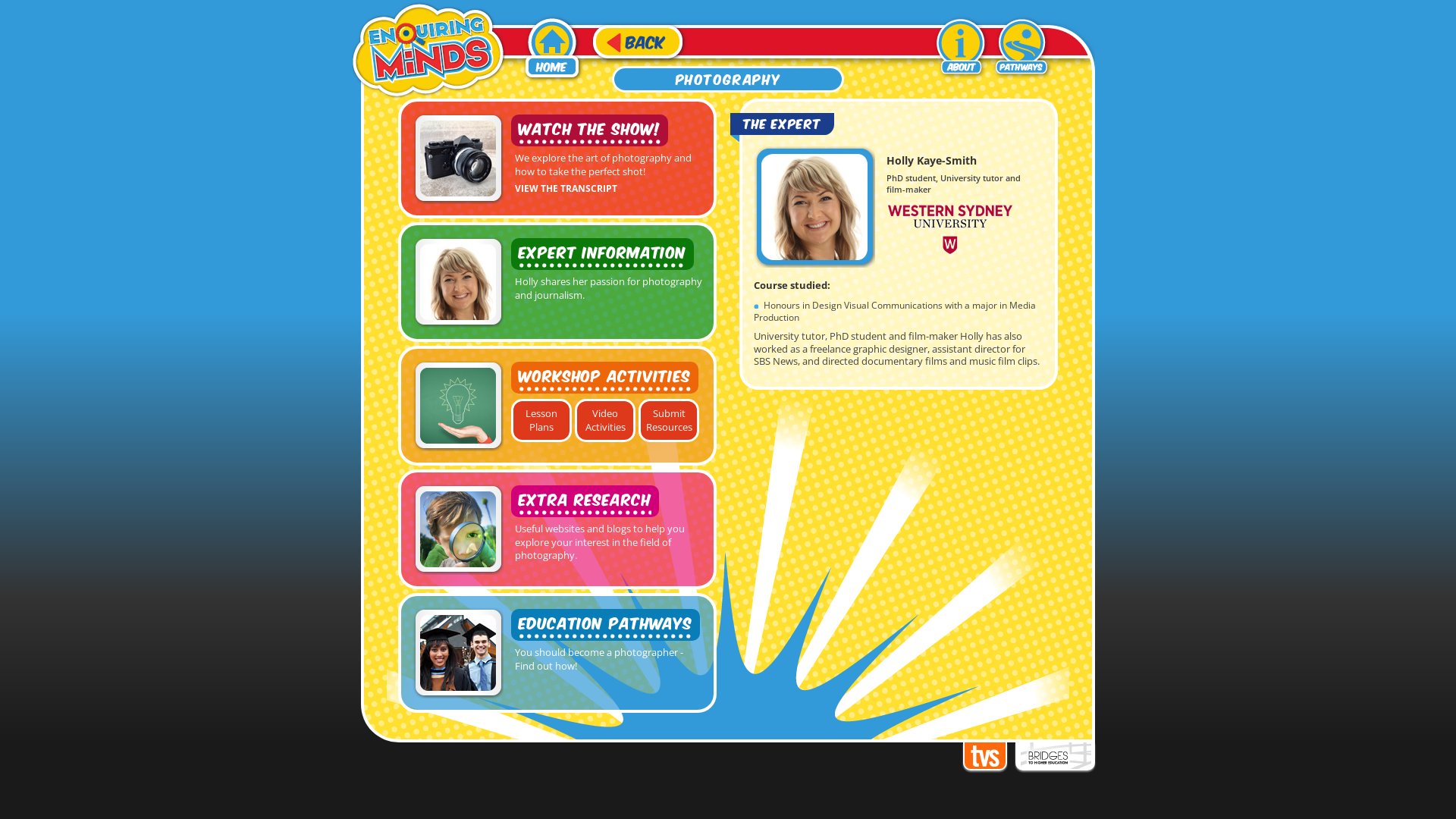  Describe the element at coordinates (510, 420) in the screenshot. I see `'Lesson` at that location.